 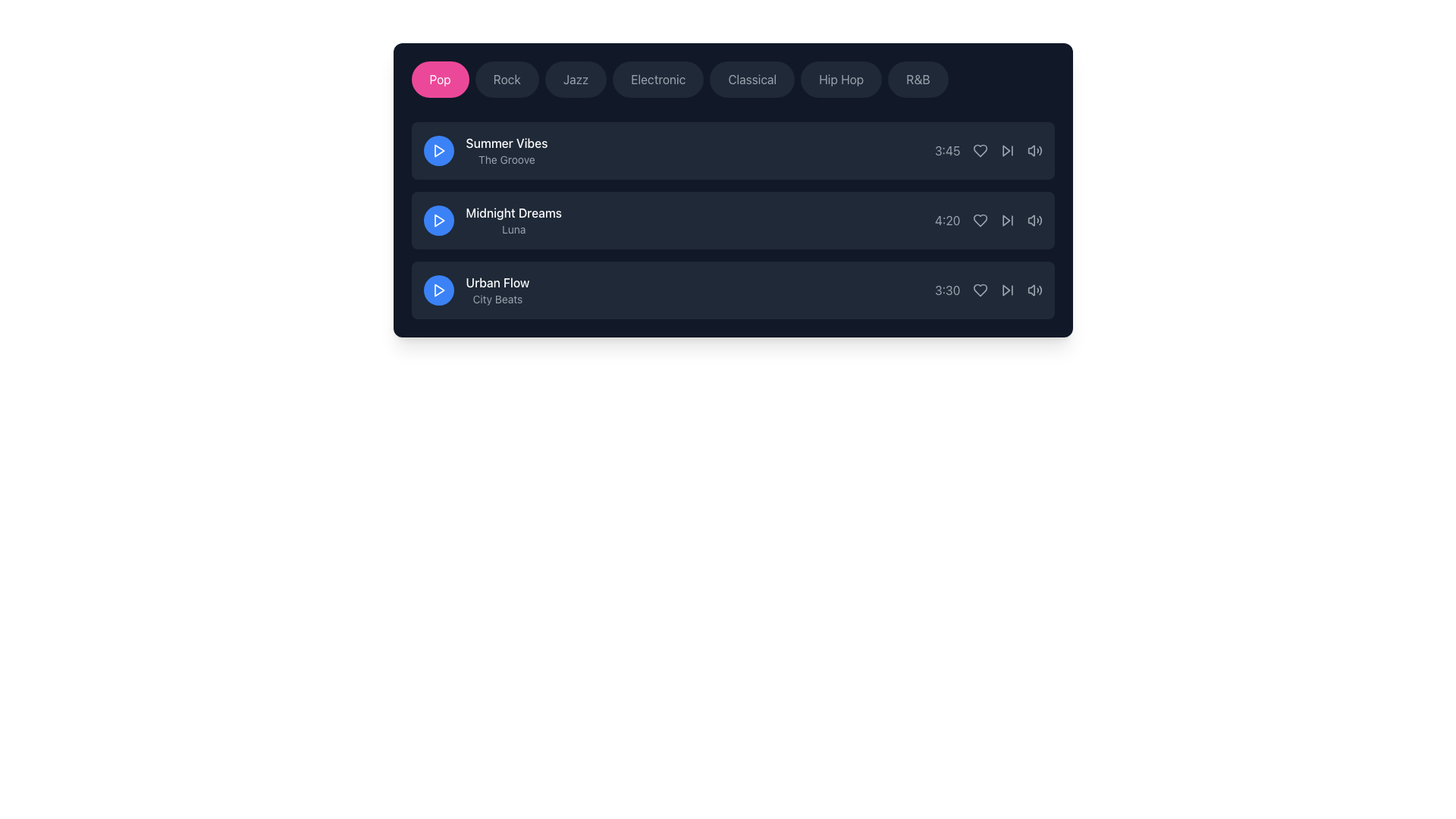 What do you see at coordinates (507, 151) in the screenshot?
I see `displayed text in the Text Display that shows 'Summer Vibes' in bold white font and 'The Groove' in smaller gray font, located to the right of the play button in the first entry of the song list` at bounding box center [507, 151].